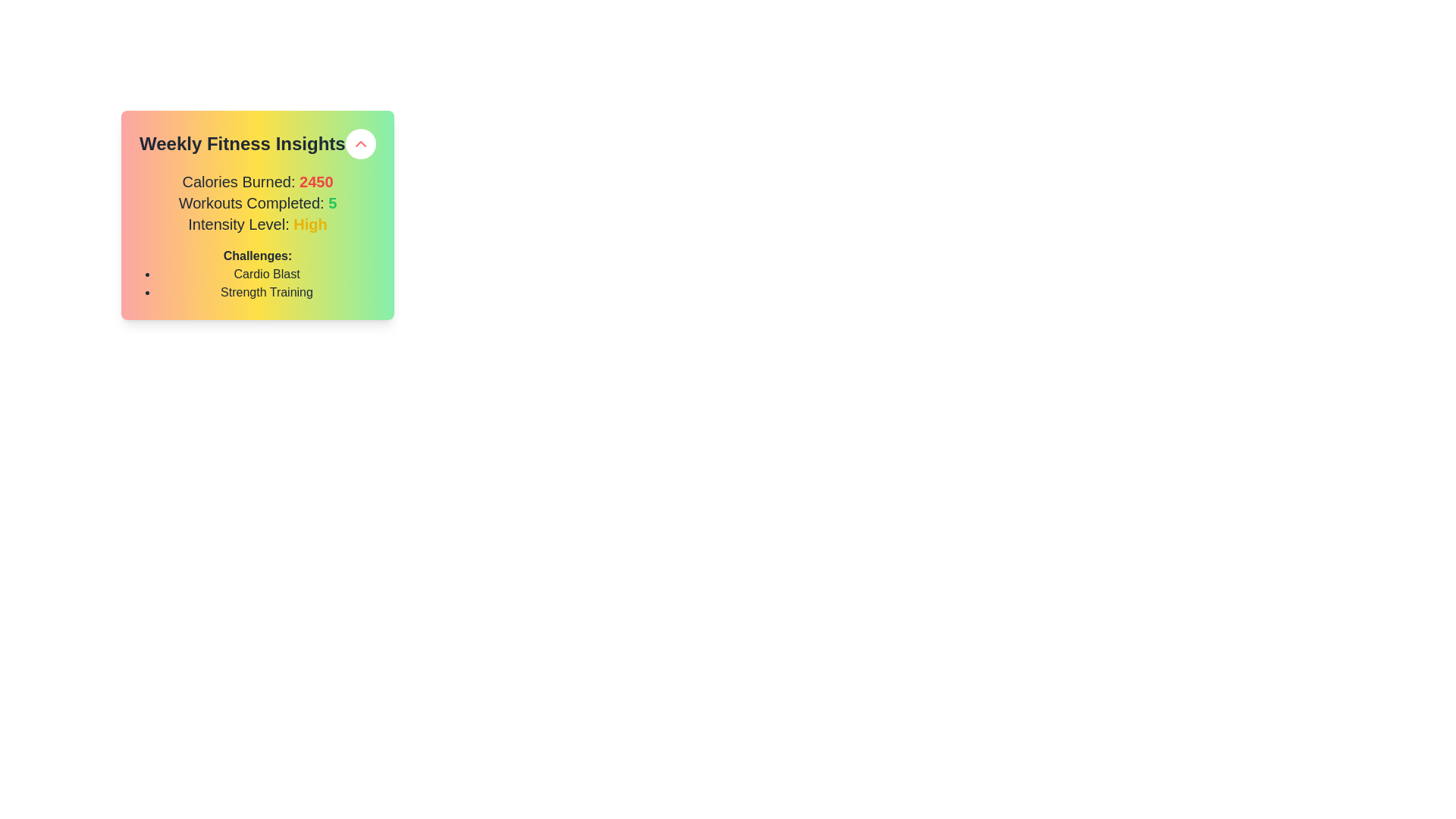  What do you see at coordinates (359, 143) in the screenshot?
I see `the interactive button located at the top-right corner of the 'Weekly Fitness Insights' card` at bounding box center [359, 143].